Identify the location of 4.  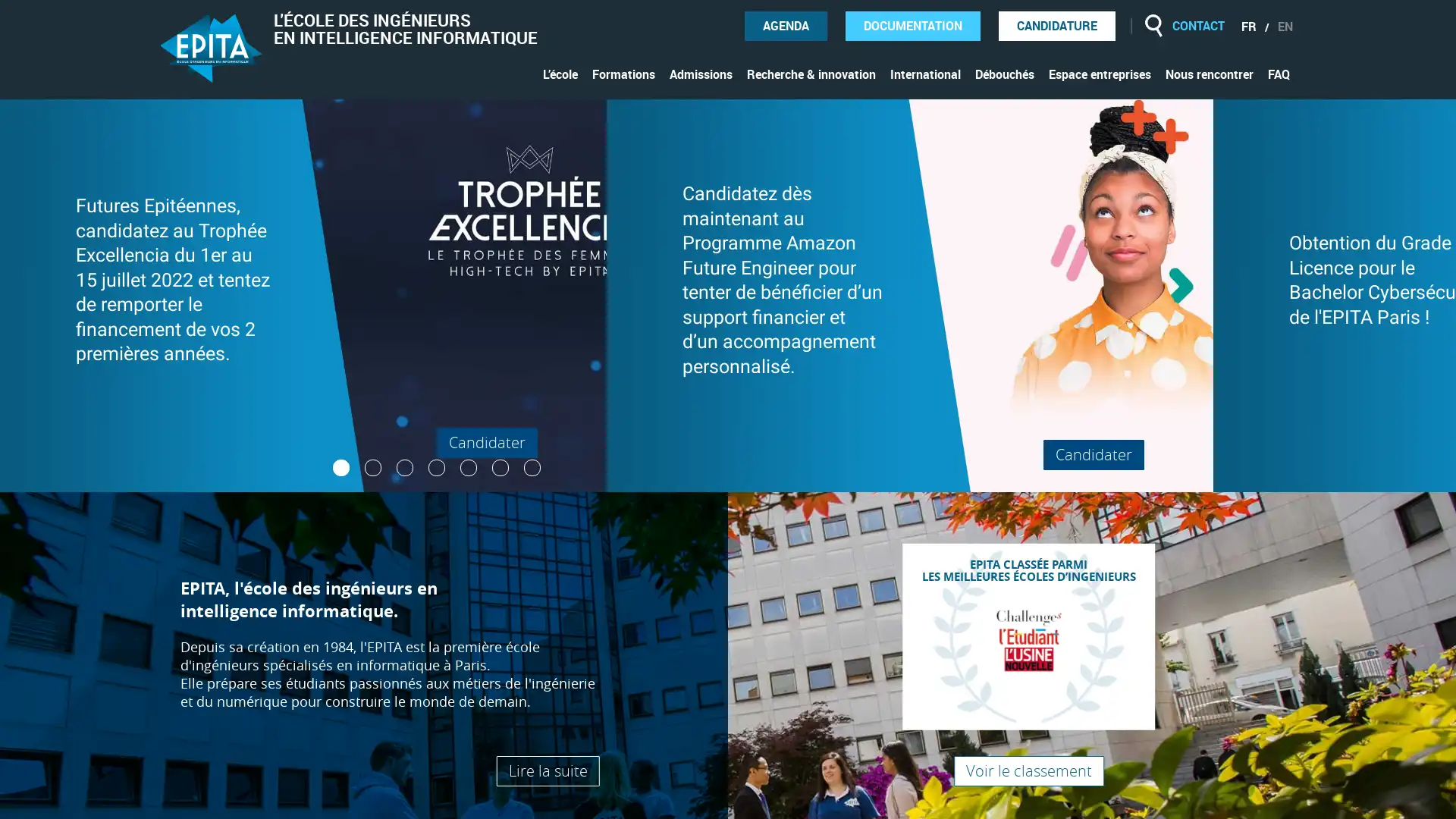
(436, 464).